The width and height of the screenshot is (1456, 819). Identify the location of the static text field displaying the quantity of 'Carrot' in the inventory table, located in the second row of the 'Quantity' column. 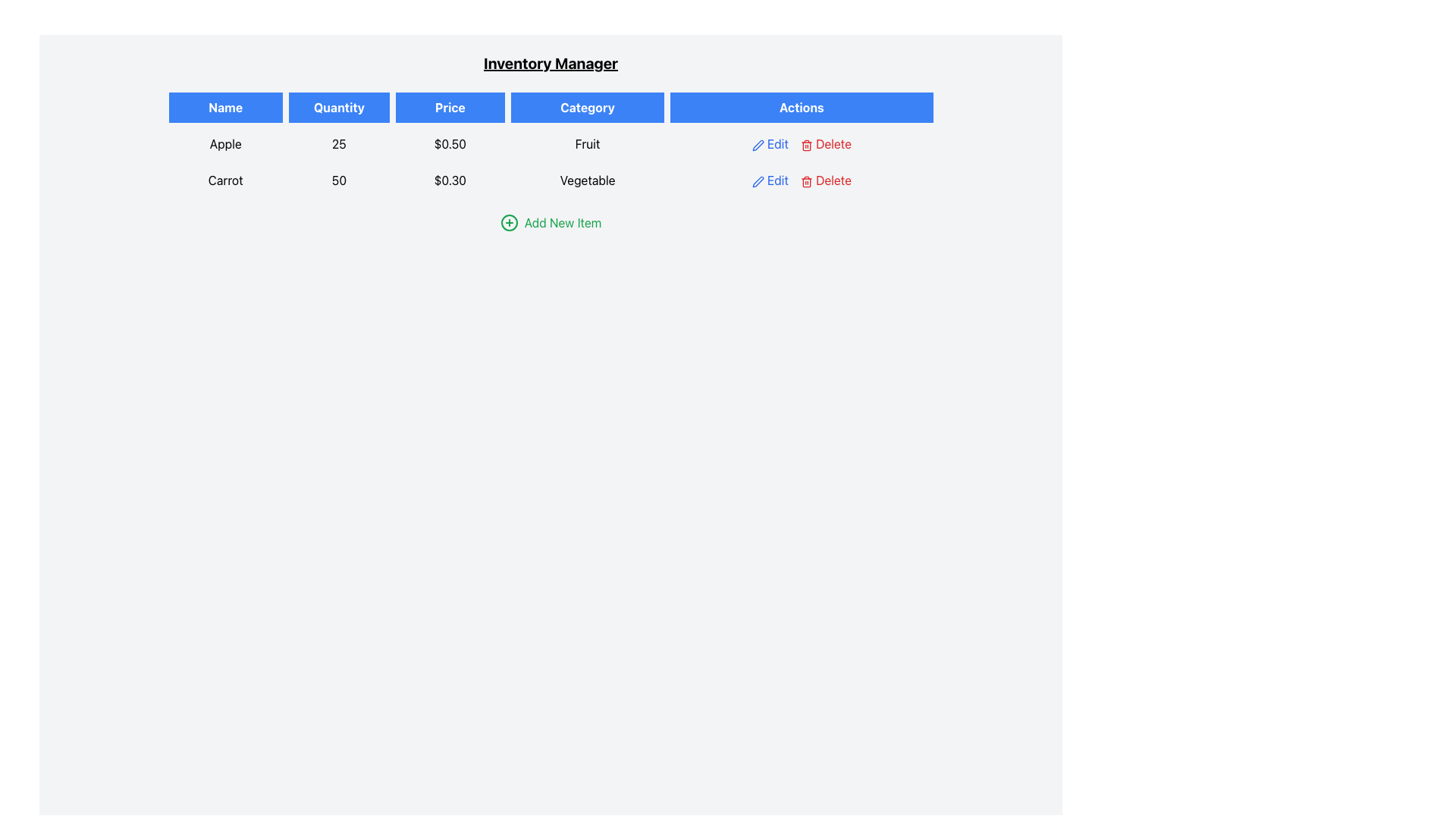
(338, 180).